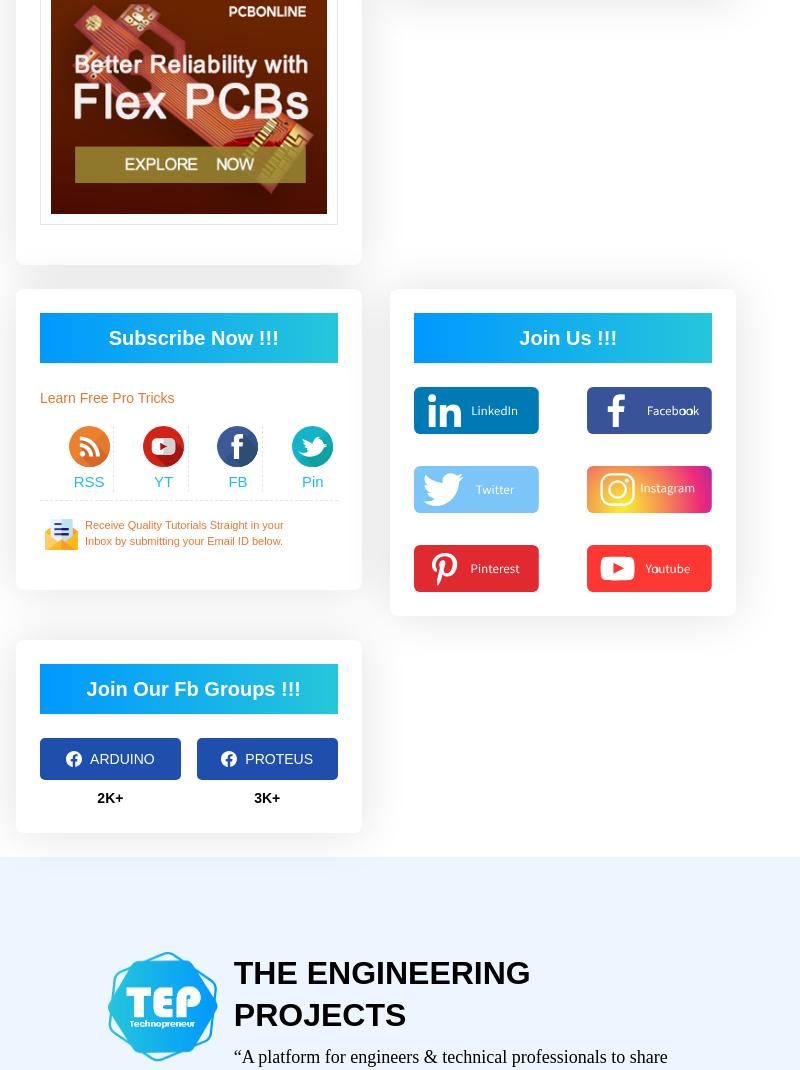  I want to click on 'Pin', so click(311, 480).